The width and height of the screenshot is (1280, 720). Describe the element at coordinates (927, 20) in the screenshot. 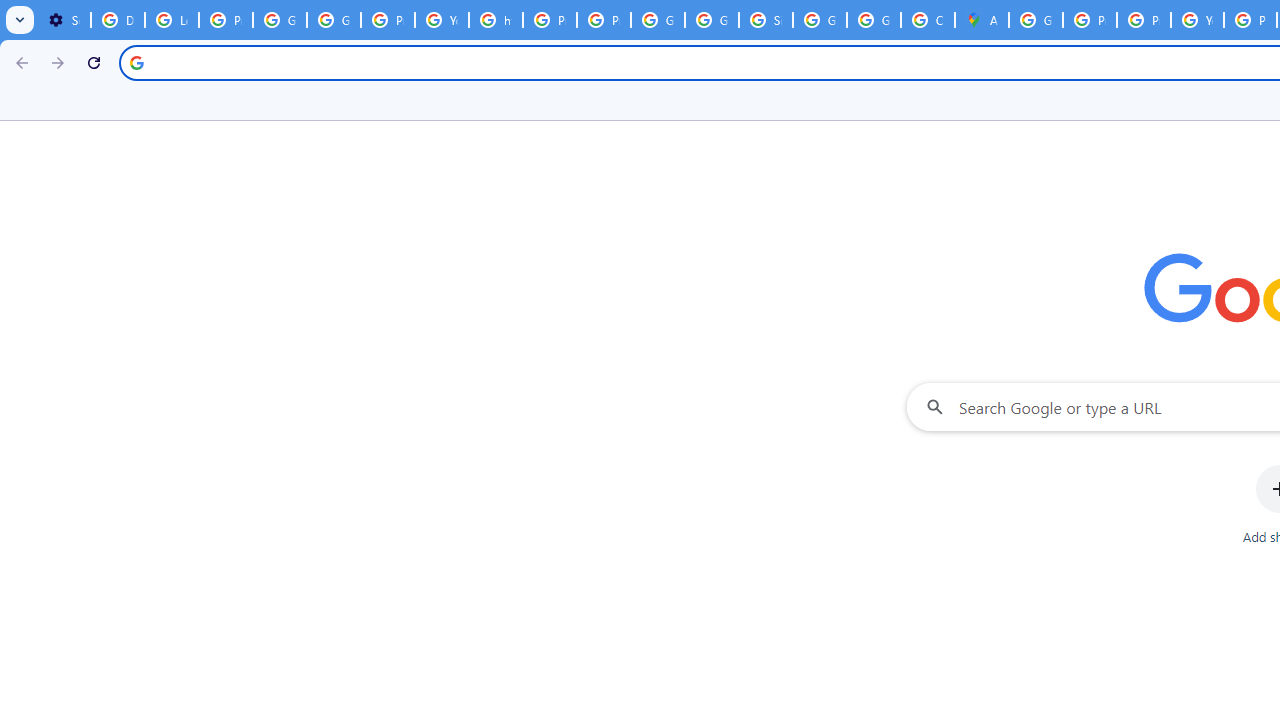

I see `'Create your Google Account'` at that location.